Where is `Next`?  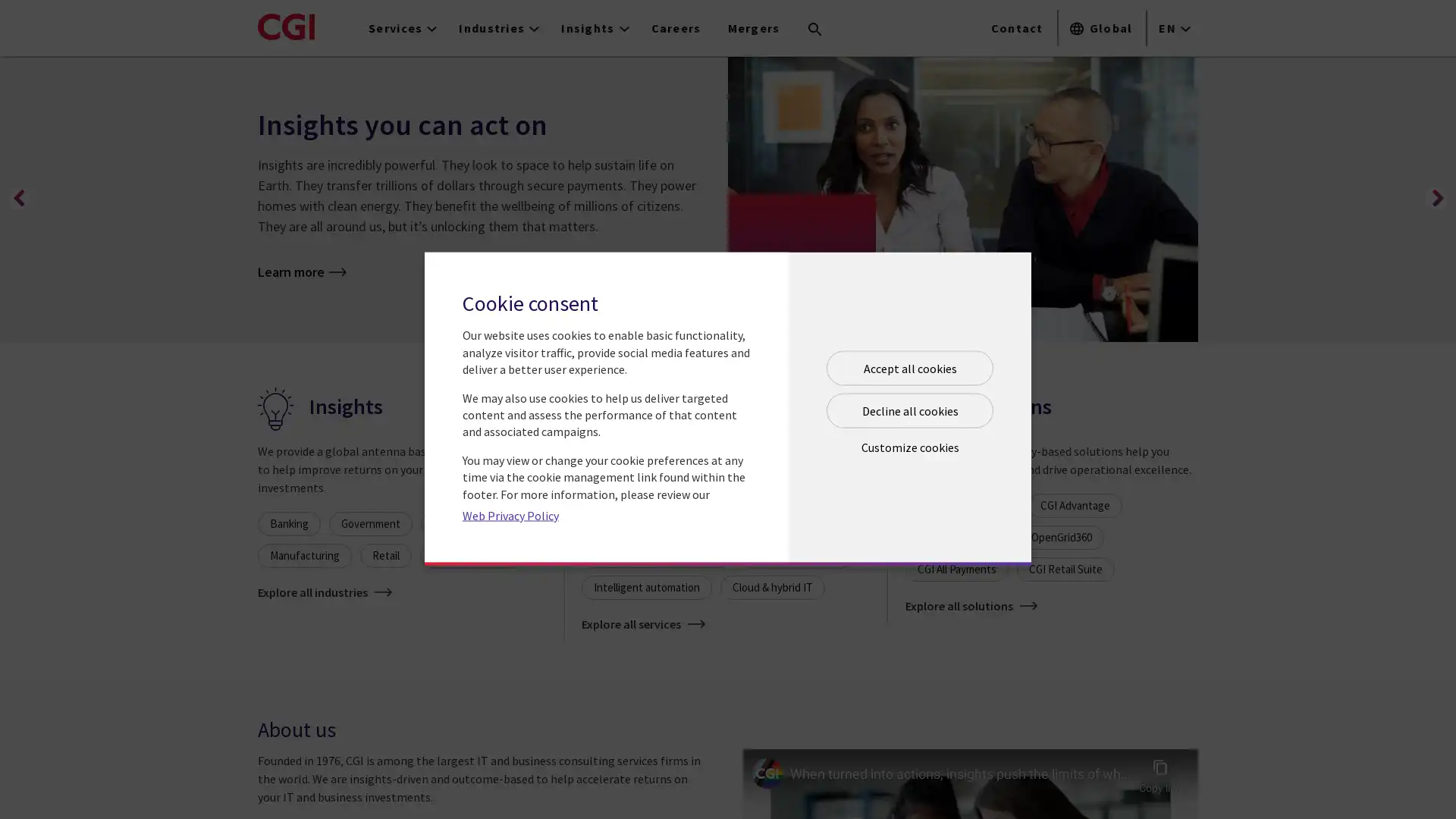 Next is located at coordinates (1436, 197).